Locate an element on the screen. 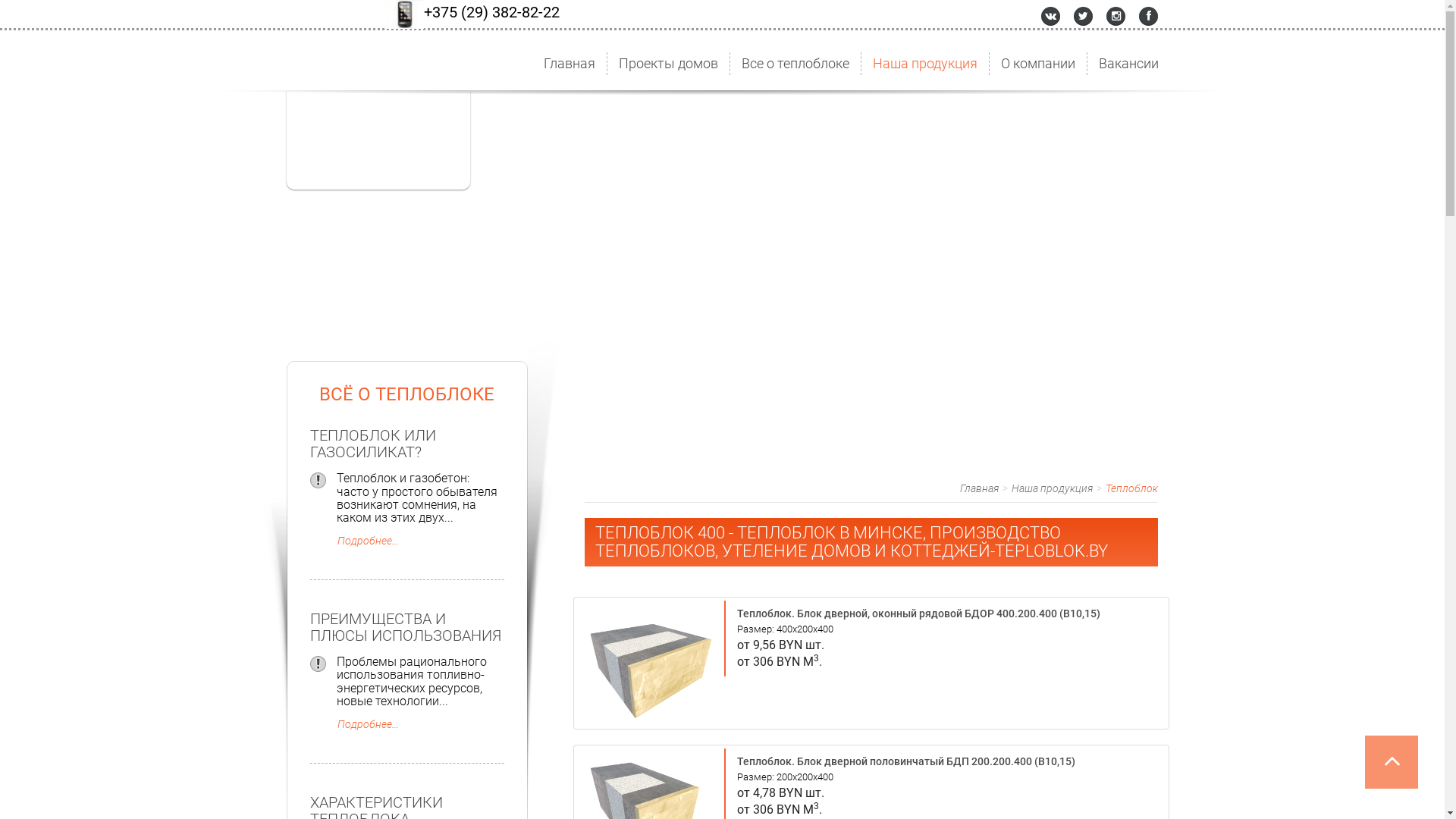 Image resolution: width=1456 pixels, height=819 pixels. 'Vkontakte' is located at coordinates (1040, 15).